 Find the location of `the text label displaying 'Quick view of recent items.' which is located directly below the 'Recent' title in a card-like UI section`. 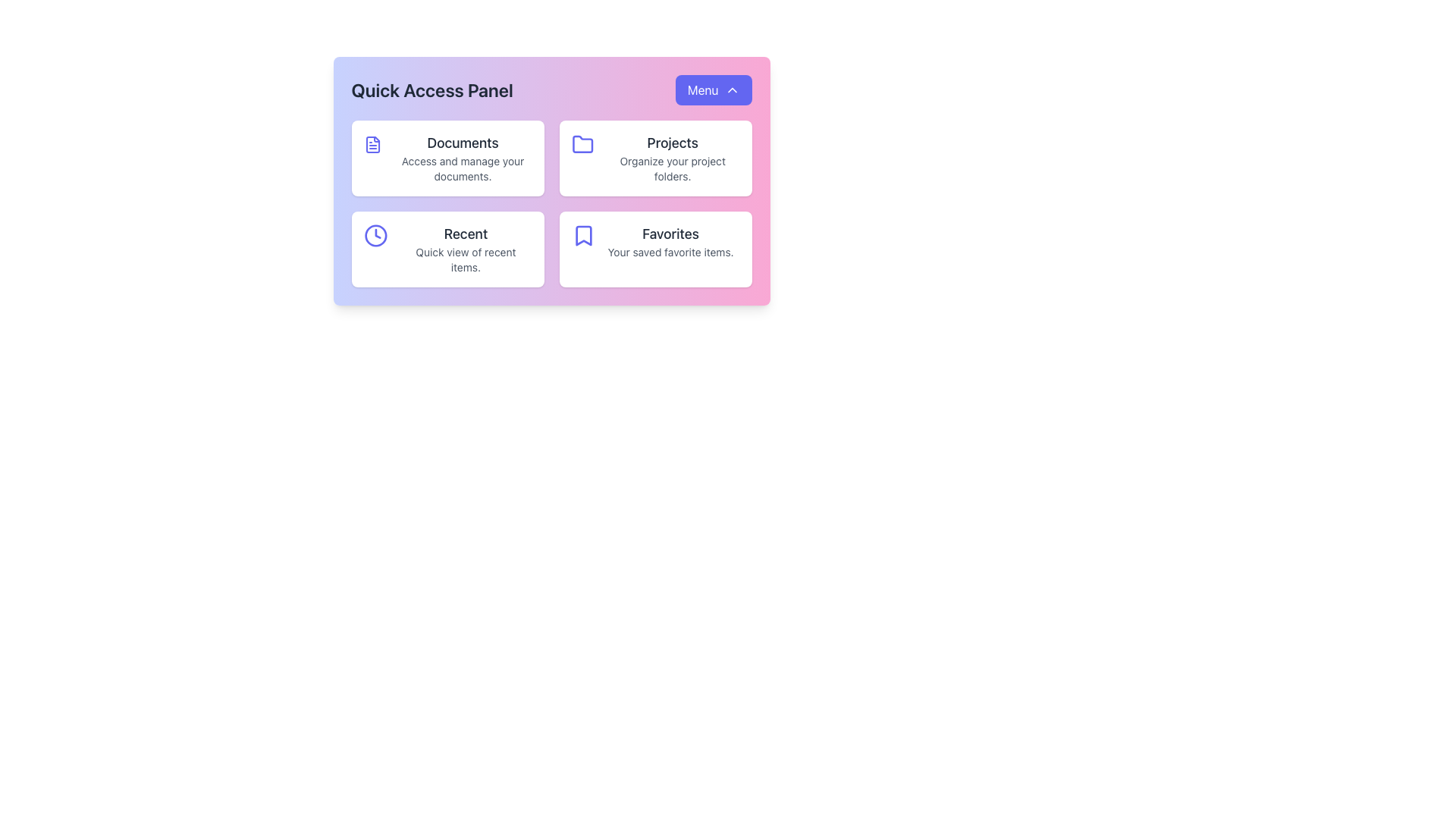

the text label displaying 'Quick view of recent items.' which is located directly below the 'Recent' title in a card-like UI section is located at coordinates (465, 259).